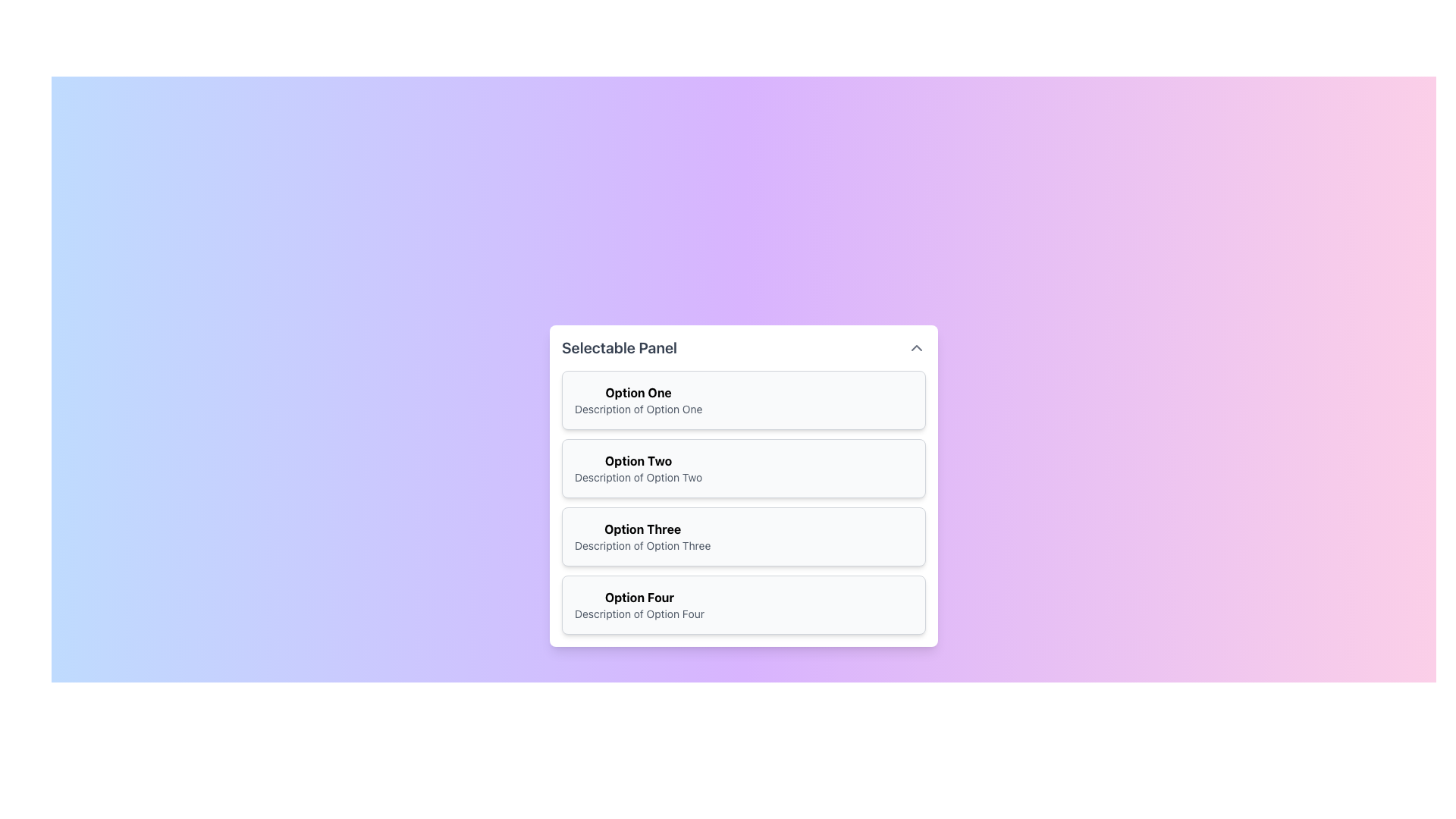 The width and height of the screenshot is (1456, 819). Describe the element at coordinates (639, 460) in the screenshot. I see `the 'Option Two' text label located in the second selectable card of the 'Selectable Panel'` at that location.